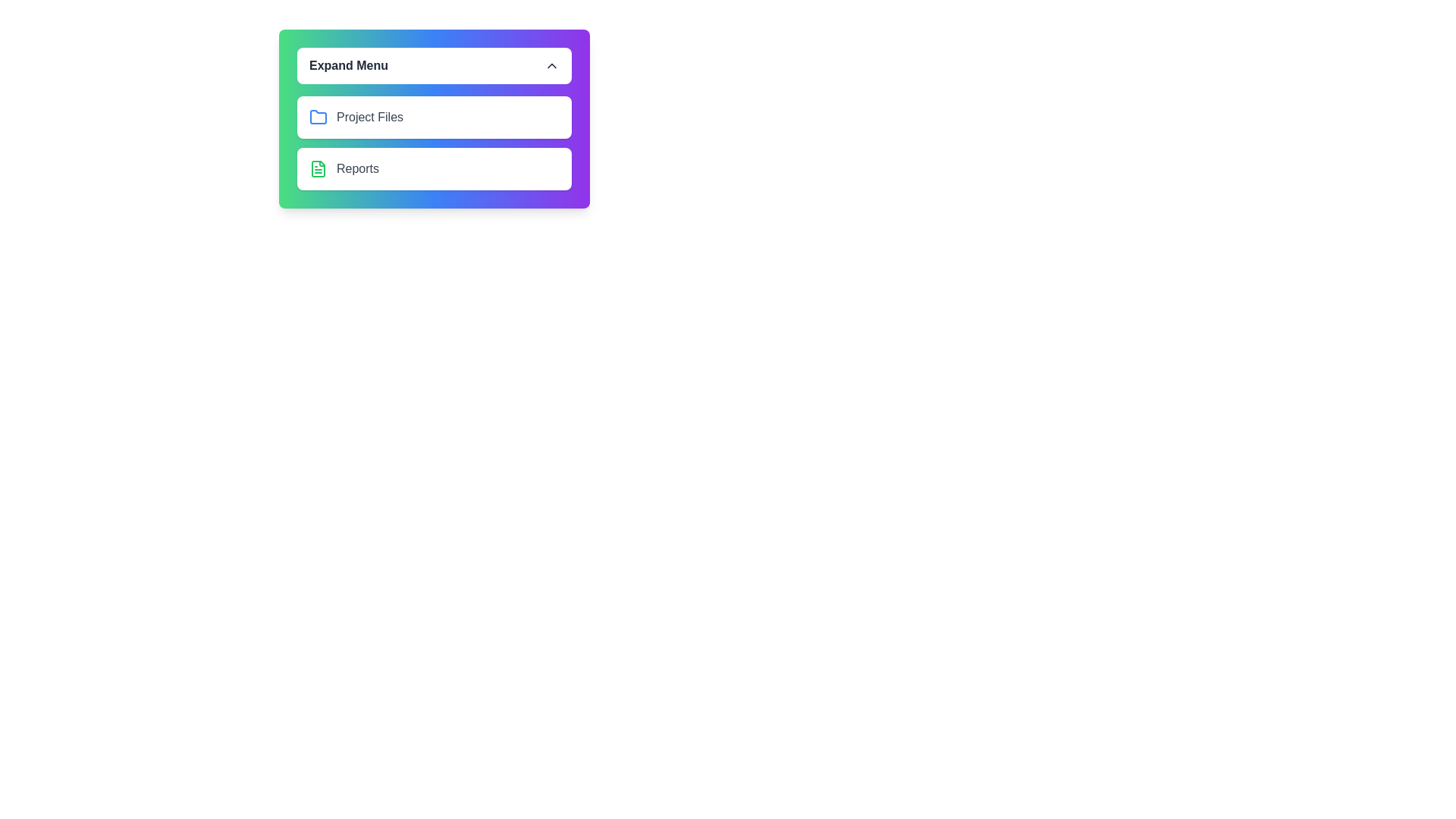  Describe the element at coordinates (318, 169) in the screenshot. I see `the green-colored document icon located next to the 'Reports' text label in the second menu option` at that location.